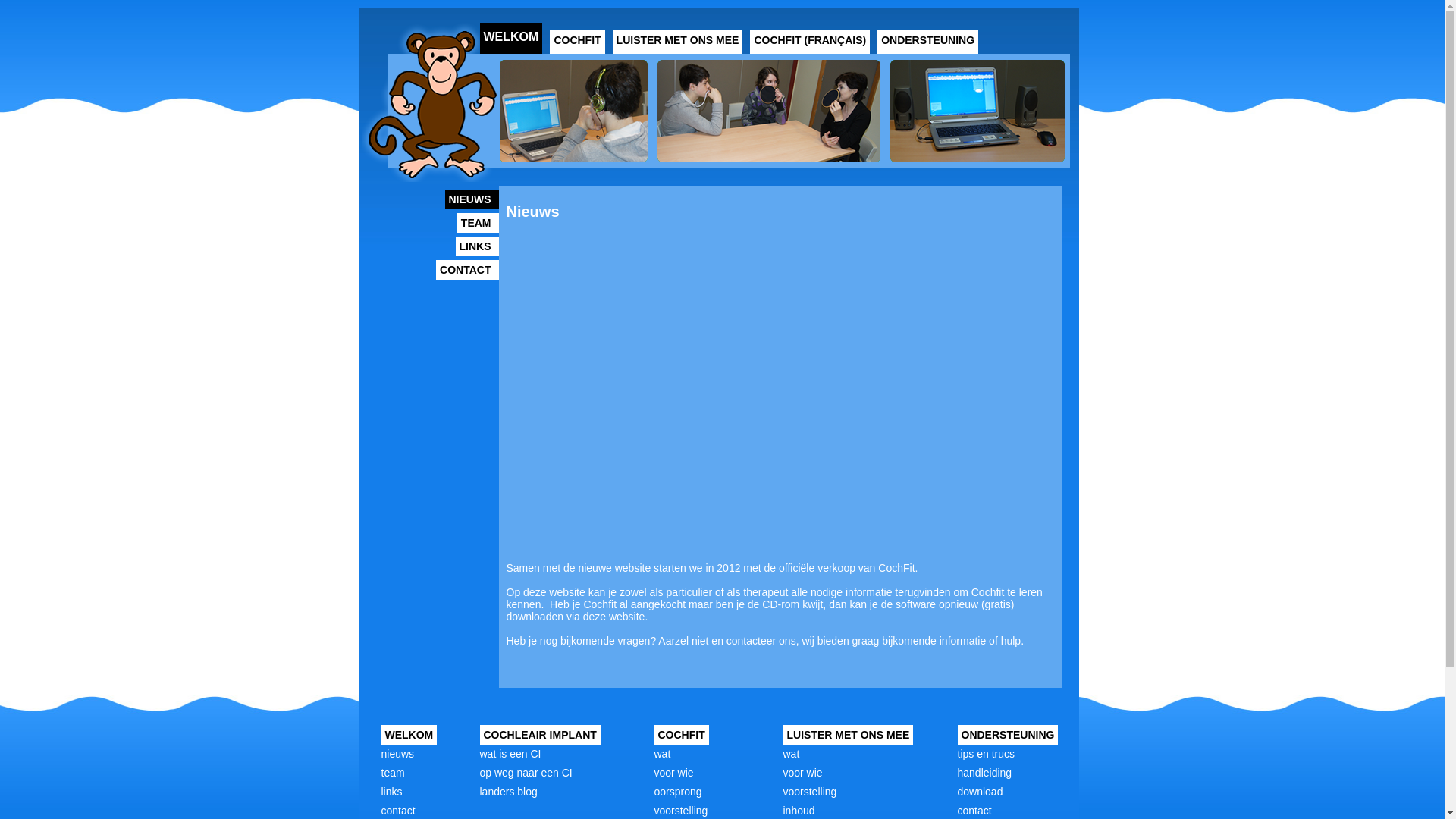 The width and height of the screenshot is (1456, 819). I want to click on 'tips en trucs', so click(985, 754).